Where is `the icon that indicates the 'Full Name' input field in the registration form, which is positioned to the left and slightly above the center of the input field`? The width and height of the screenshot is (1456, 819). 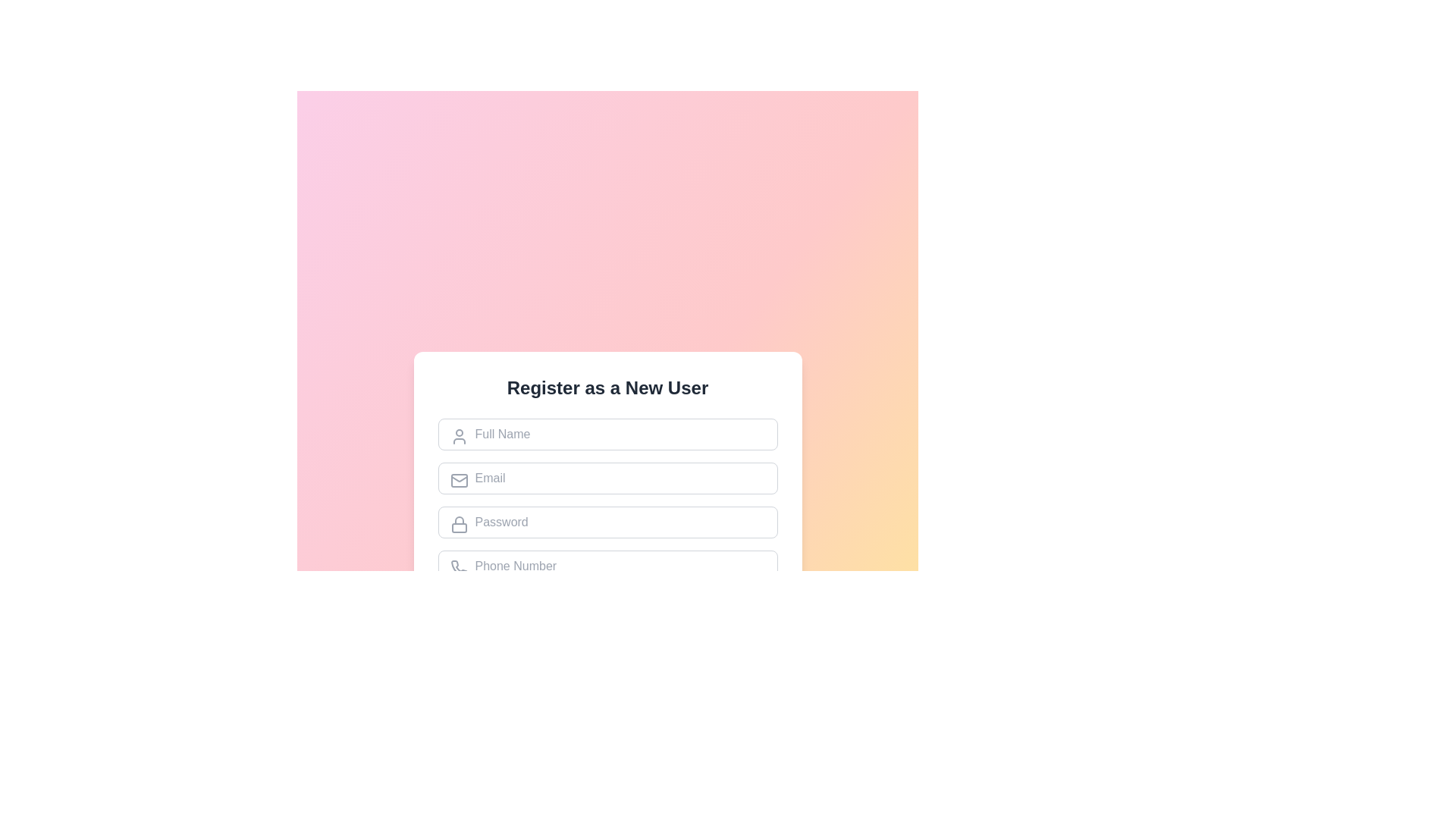 the icon that indicates the 'Full Name' input field in the registration form, which is positioned to the left and slightly above the center of the input field is located at coordinates (458, 436).